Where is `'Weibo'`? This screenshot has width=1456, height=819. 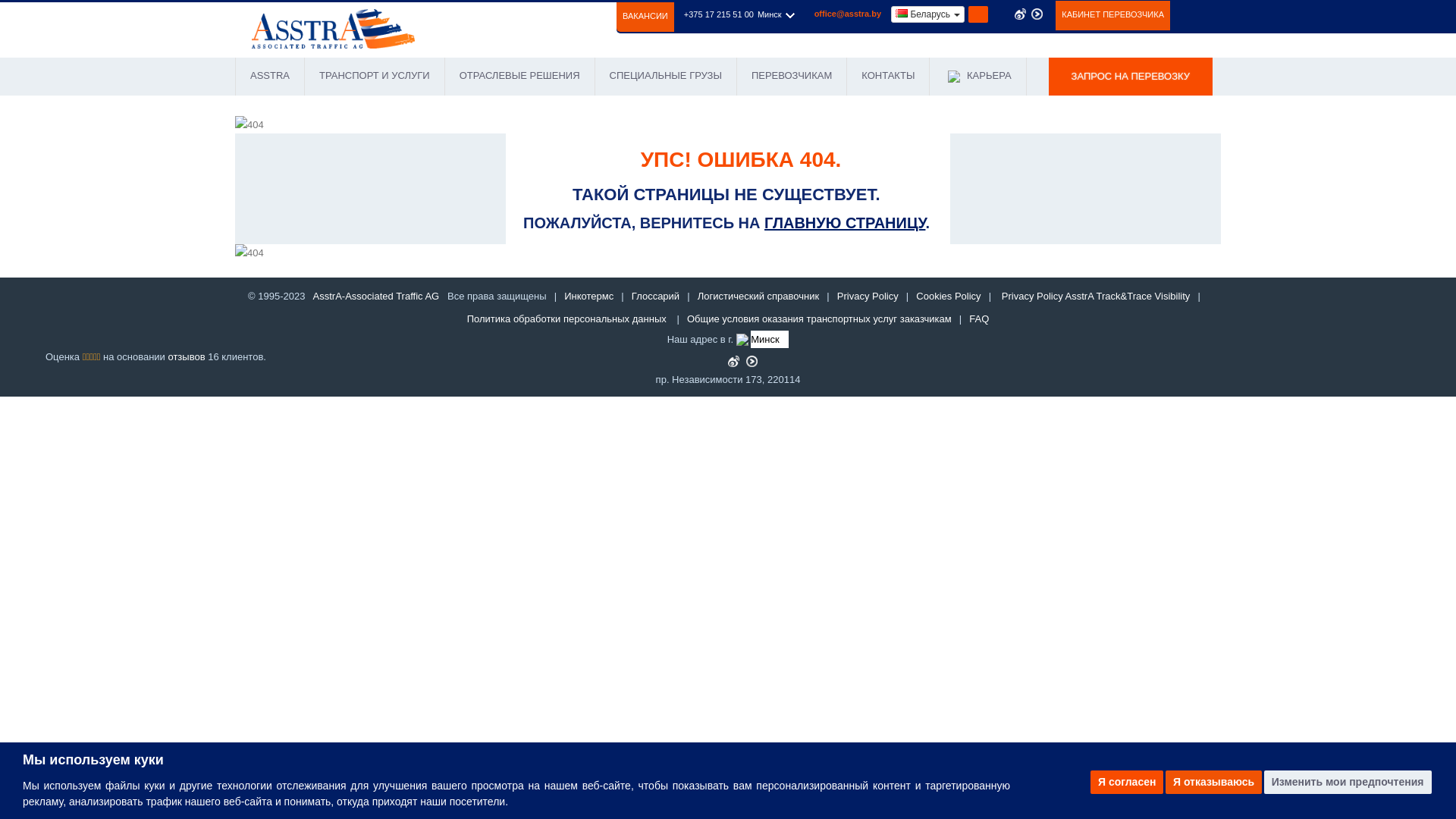 'Weibo' is located at coordinates (733, 361).